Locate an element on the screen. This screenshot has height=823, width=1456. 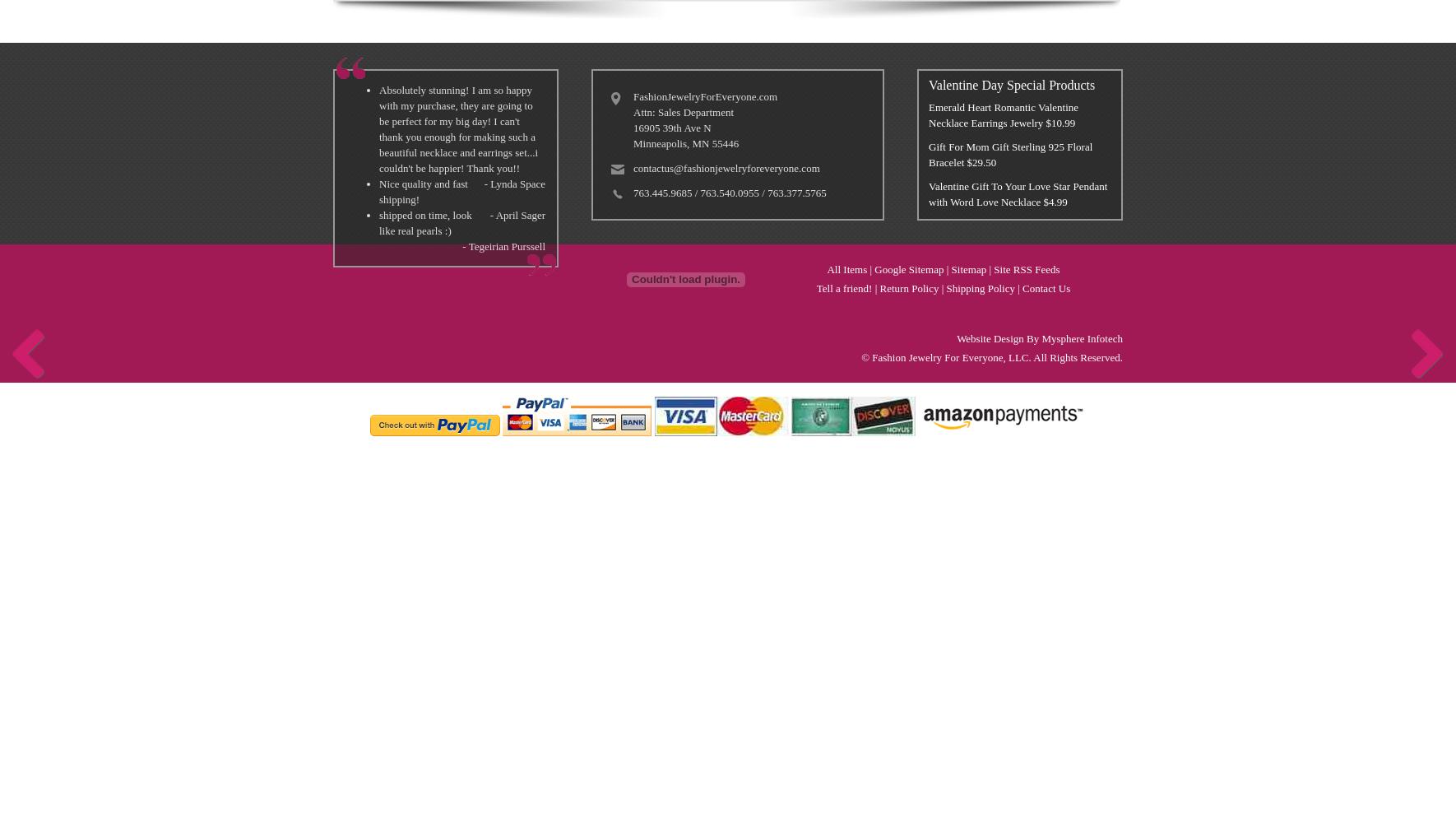
'Return Policy' is located at coordinates (909, 287).